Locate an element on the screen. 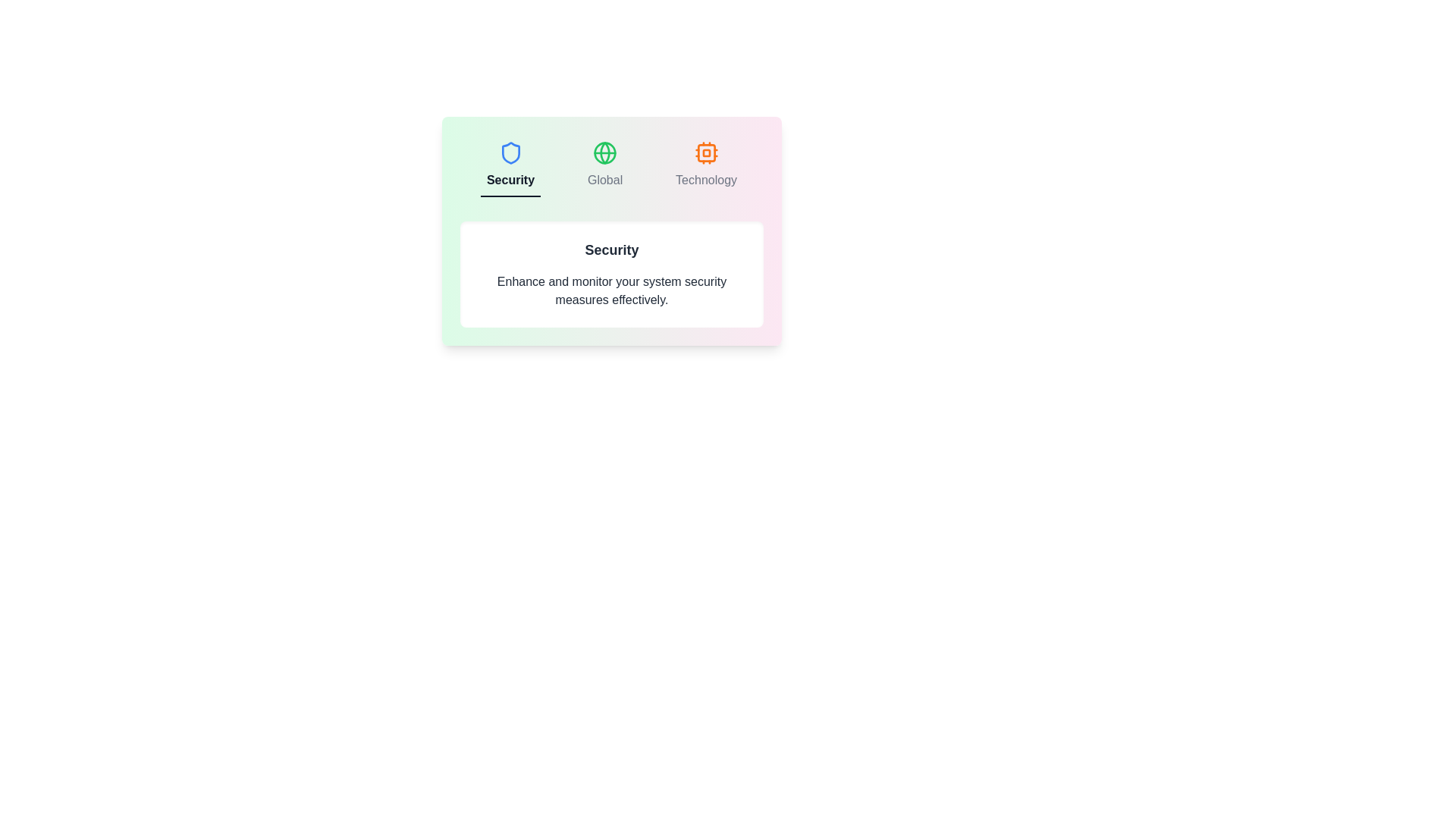  the tab labeled Technology to display its content is located at coordinates (705, 166).